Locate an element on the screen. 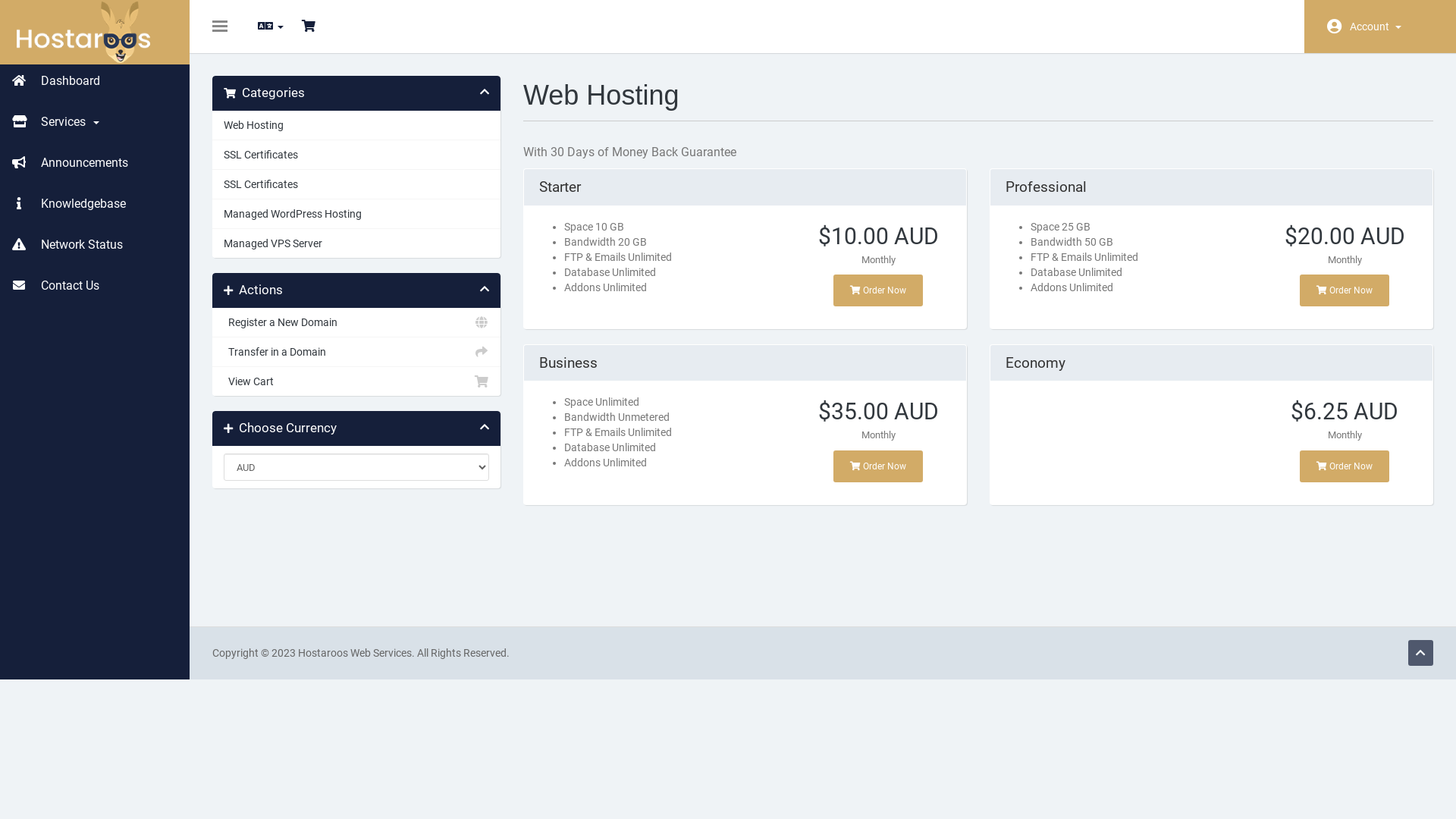  '  Transfer in a Domain' is located at coordinates (356, 351).